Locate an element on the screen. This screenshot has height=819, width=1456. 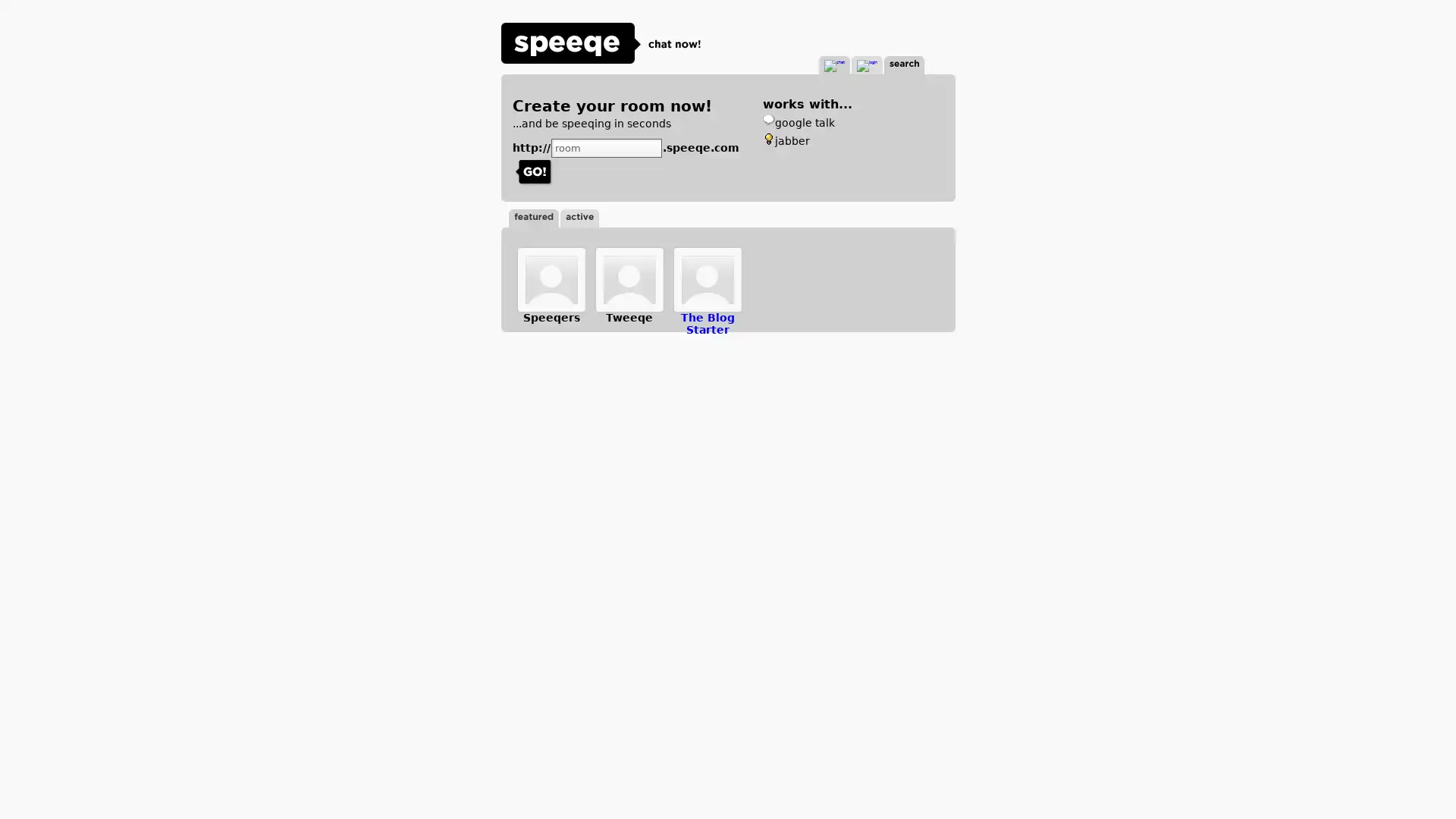
Submit is located at coordinates (532, 171).